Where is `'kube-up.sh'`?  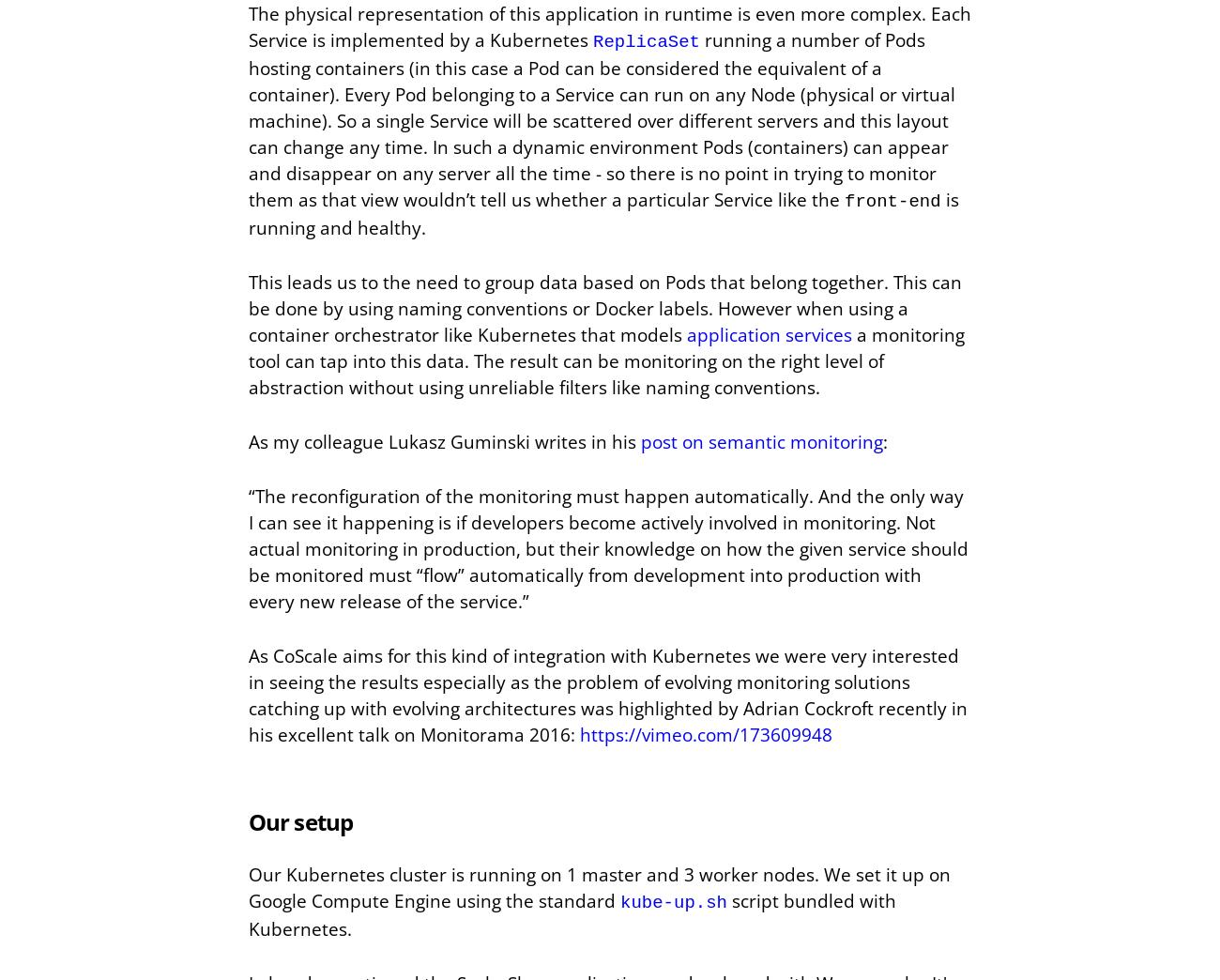 'kube-up.sh' is located at coordinates (673, 901).